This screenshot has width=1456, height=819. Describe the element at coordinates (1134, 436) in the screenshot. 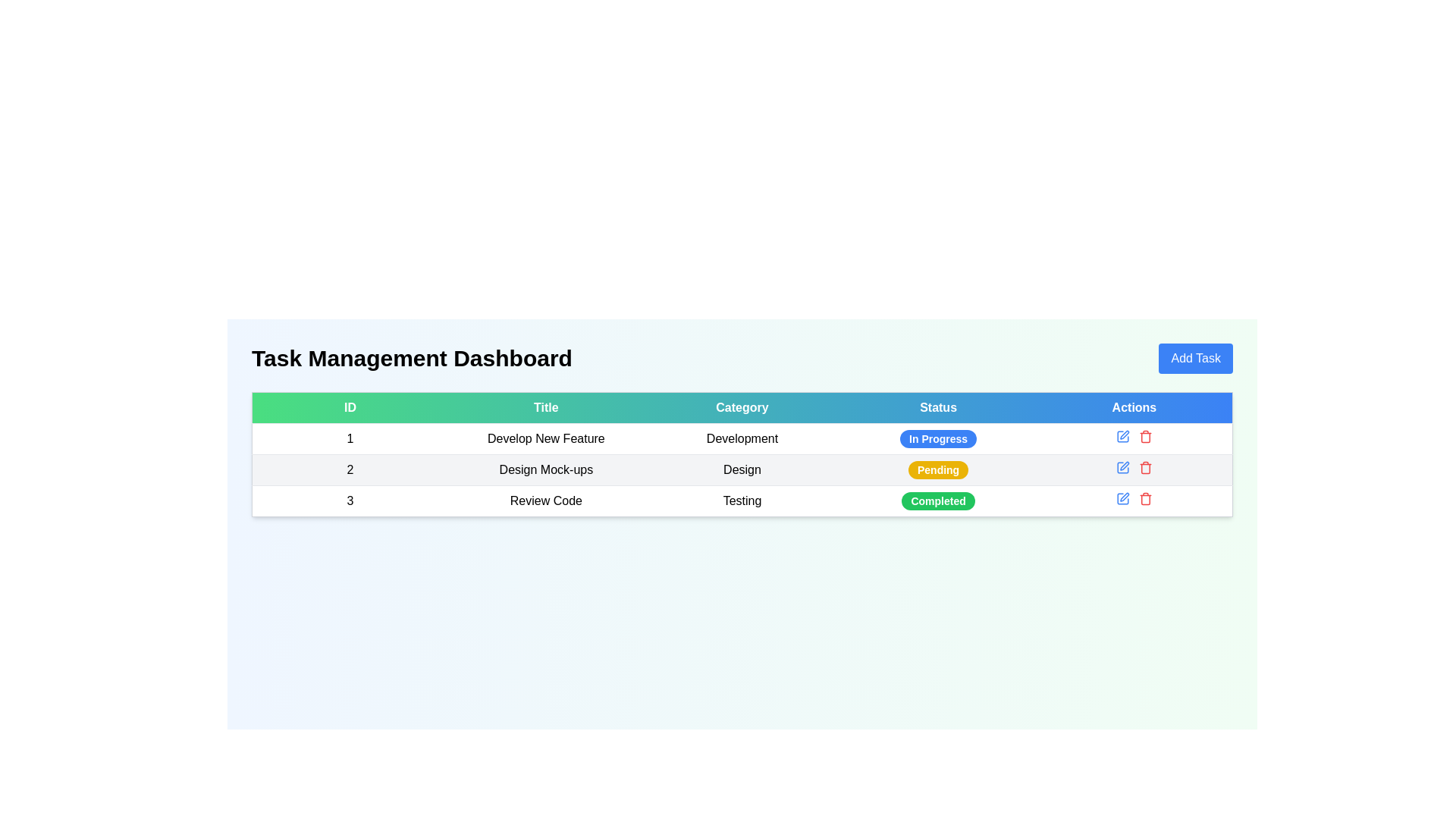

I see `the blue edit icon located in the 'Actions' column of the first row in the table to initiate editing` at that location.